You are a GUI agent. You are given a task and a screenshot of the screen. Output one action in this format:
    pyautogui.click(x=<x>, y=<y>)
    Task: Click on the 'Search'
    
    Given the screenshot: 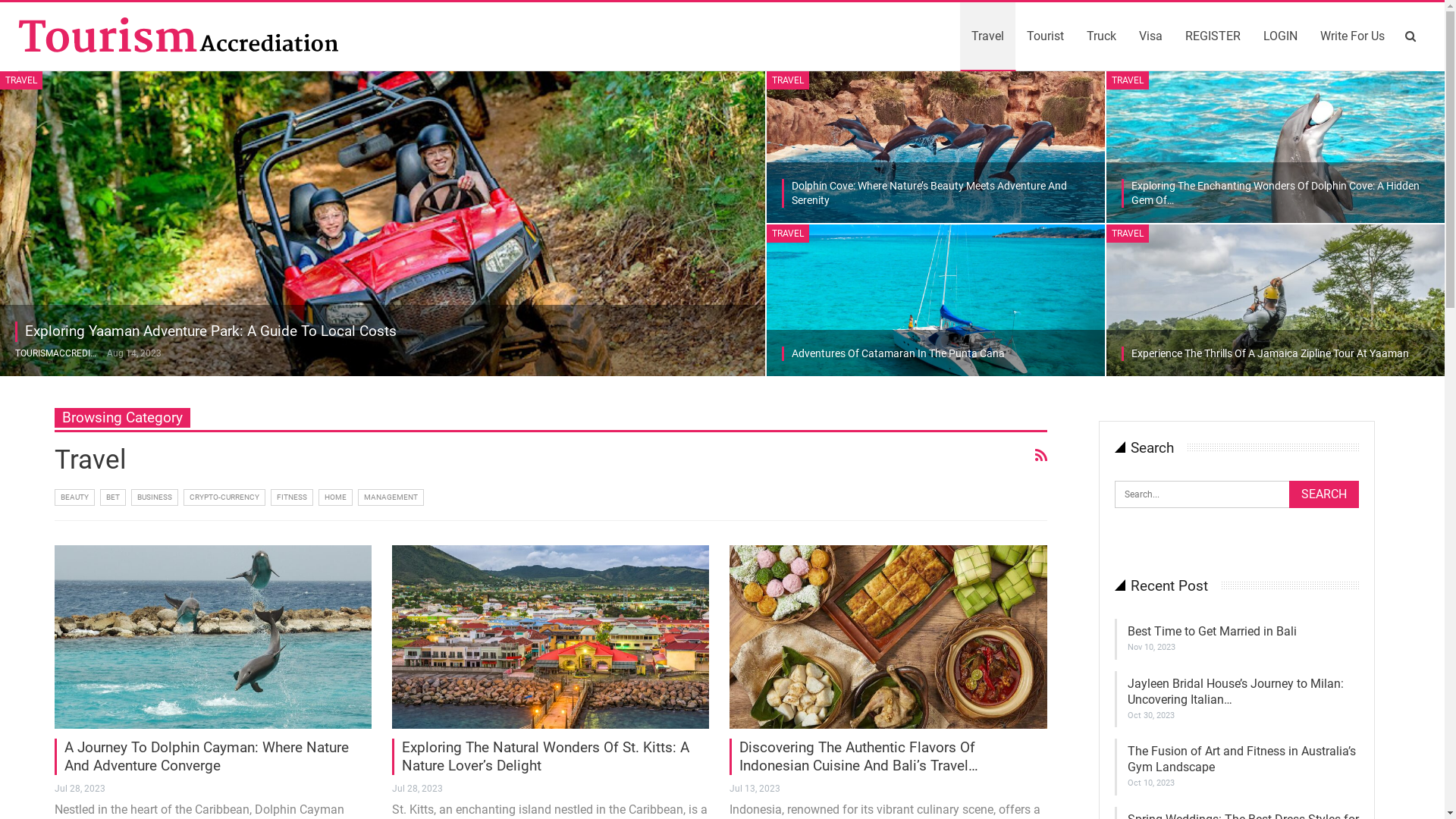 What is the action you would take?
    pyautogui.click(x=1323, y=494)
    